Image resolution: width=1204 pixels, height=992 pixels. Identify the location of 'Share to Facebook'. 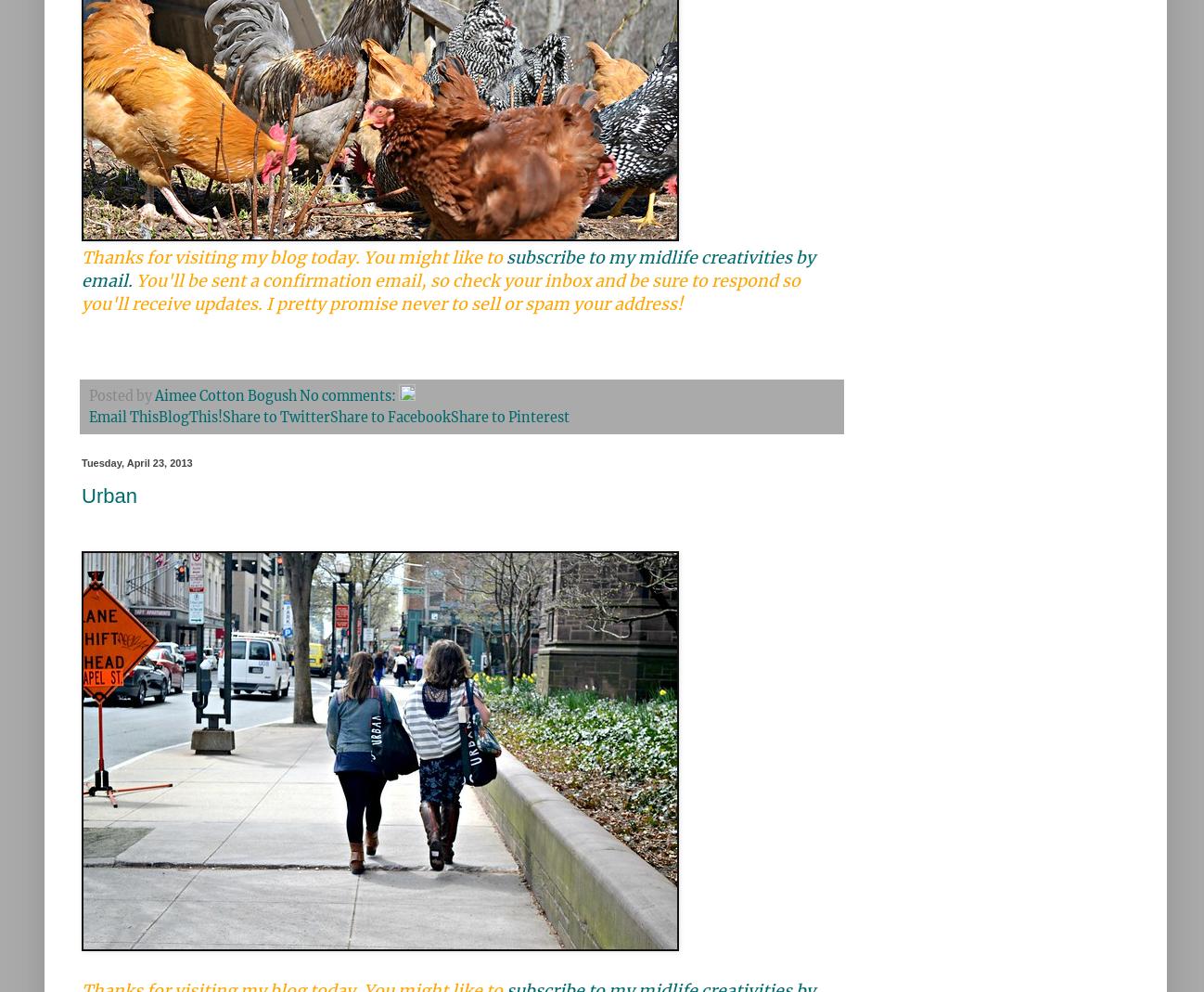
(330, 417).